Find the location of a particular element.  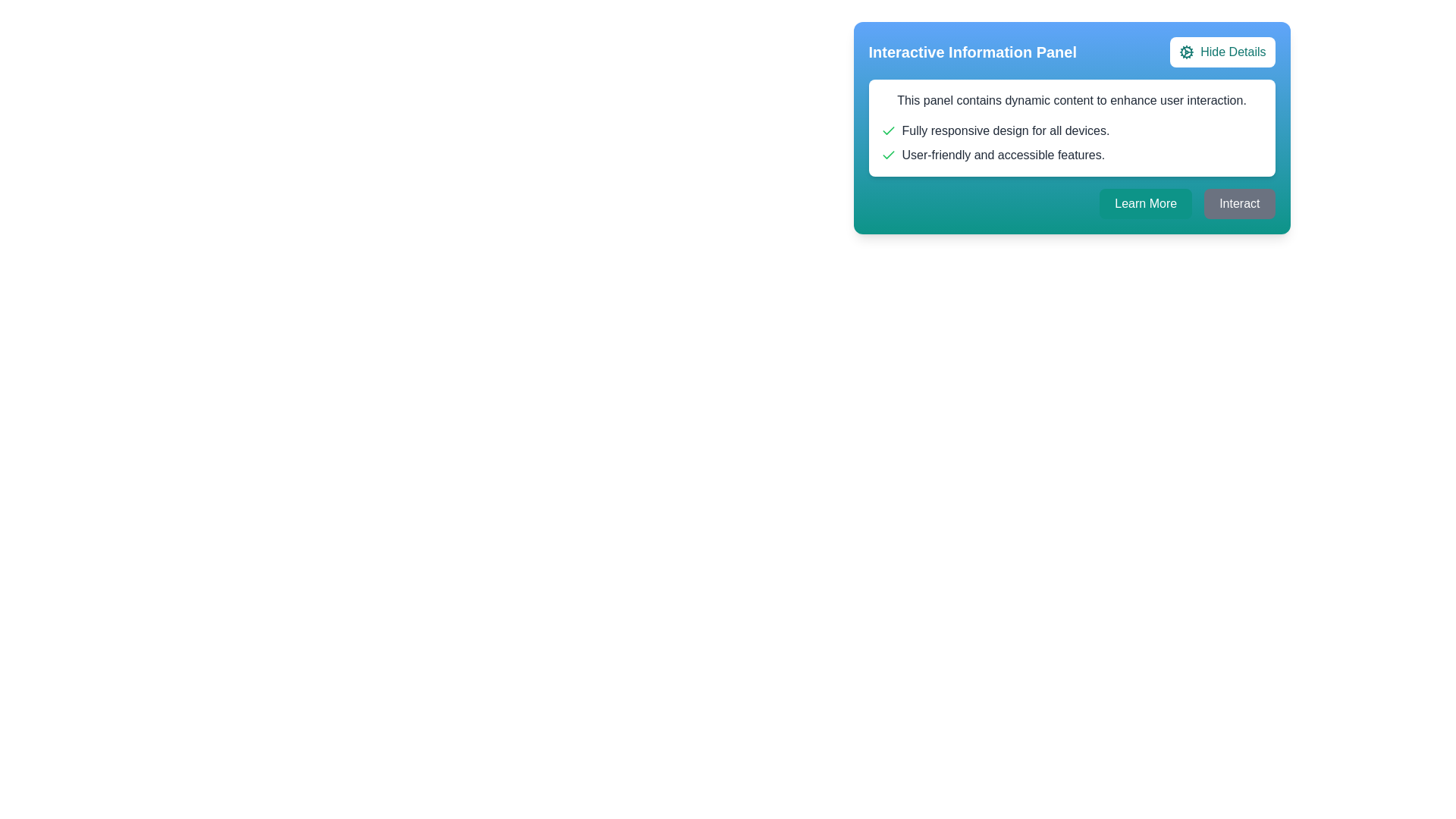

text label 'Interactive Information Panel' which is prominently displayed in bold and large font against a blue background, located towards the top-left of the header section is located at coordinates (972, 52).